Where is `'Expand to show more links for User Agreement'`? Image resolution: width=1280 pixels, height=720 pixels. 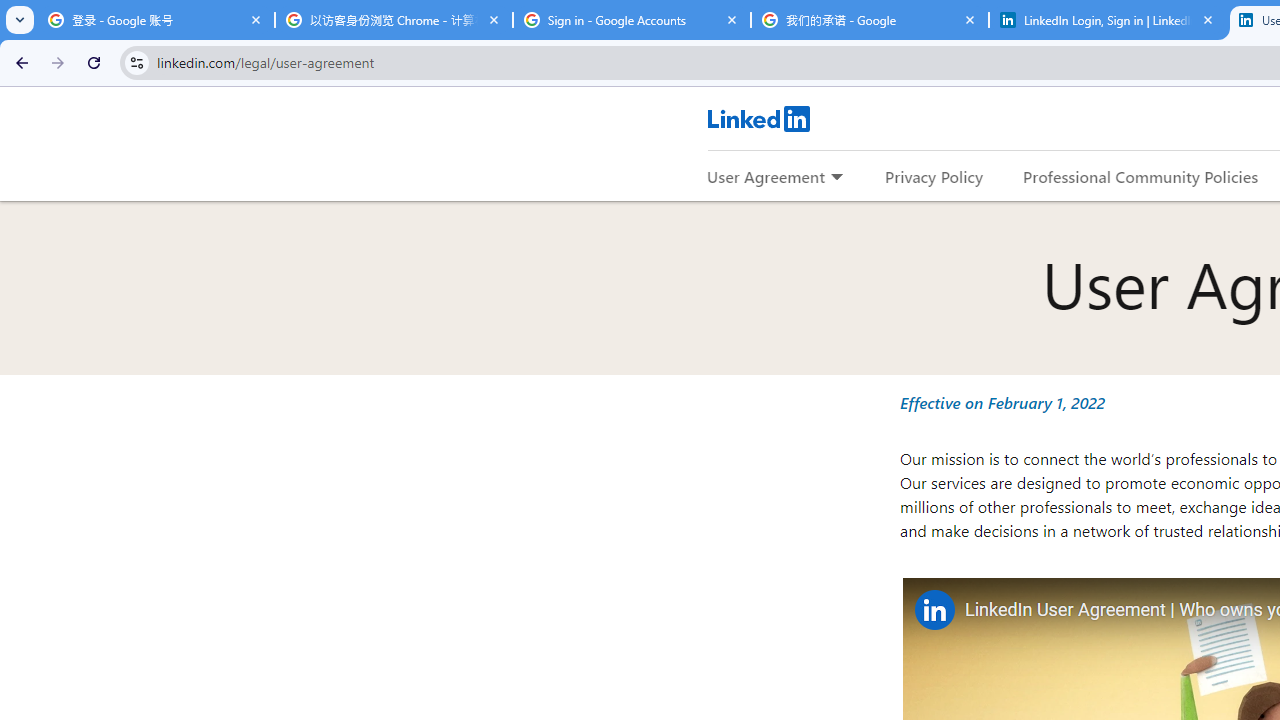 'Expand to show more links for User Agreement' is located at coordinates (836, 177).